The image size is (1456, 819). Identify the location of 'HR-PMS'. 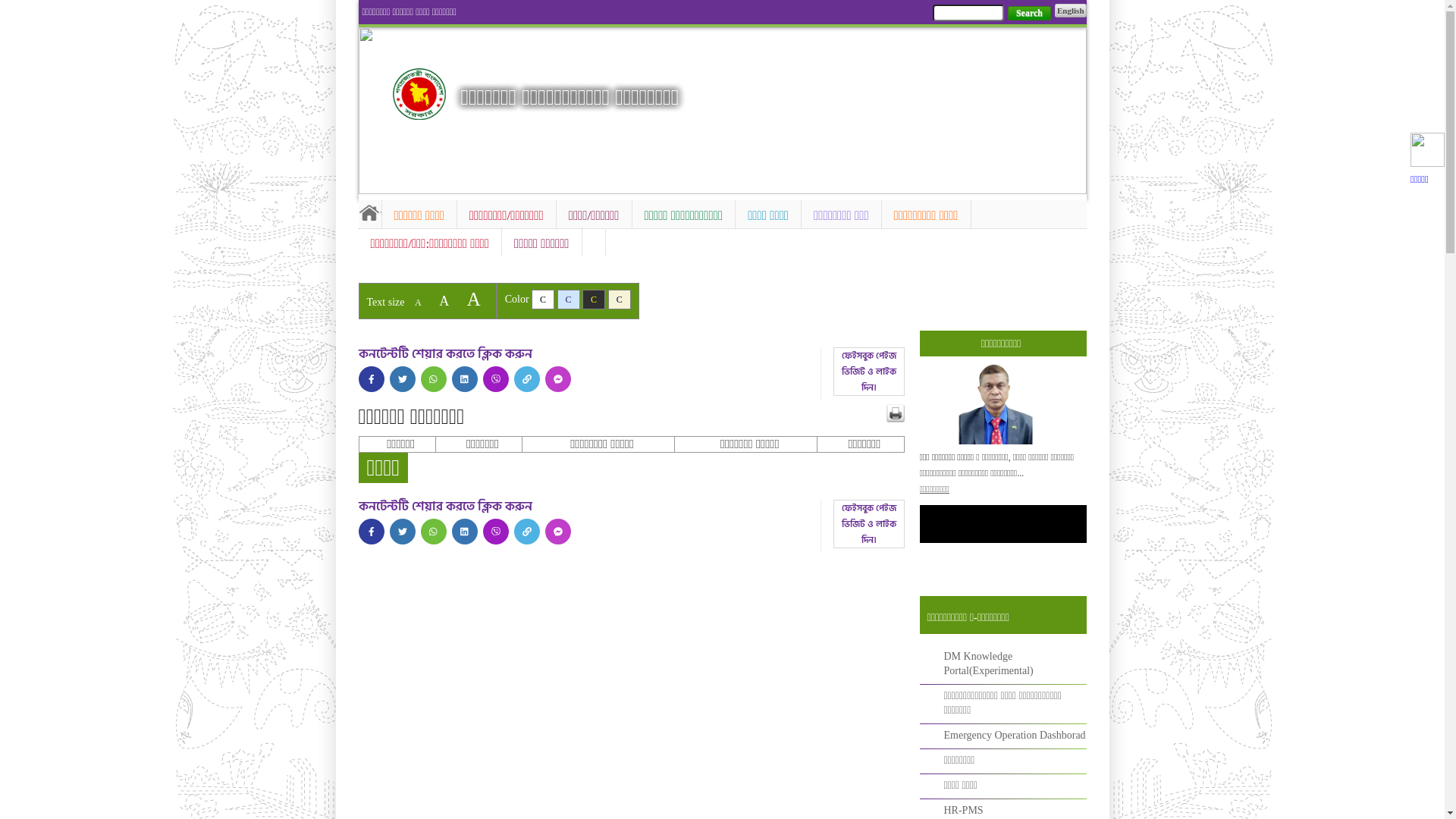
(942, 809).